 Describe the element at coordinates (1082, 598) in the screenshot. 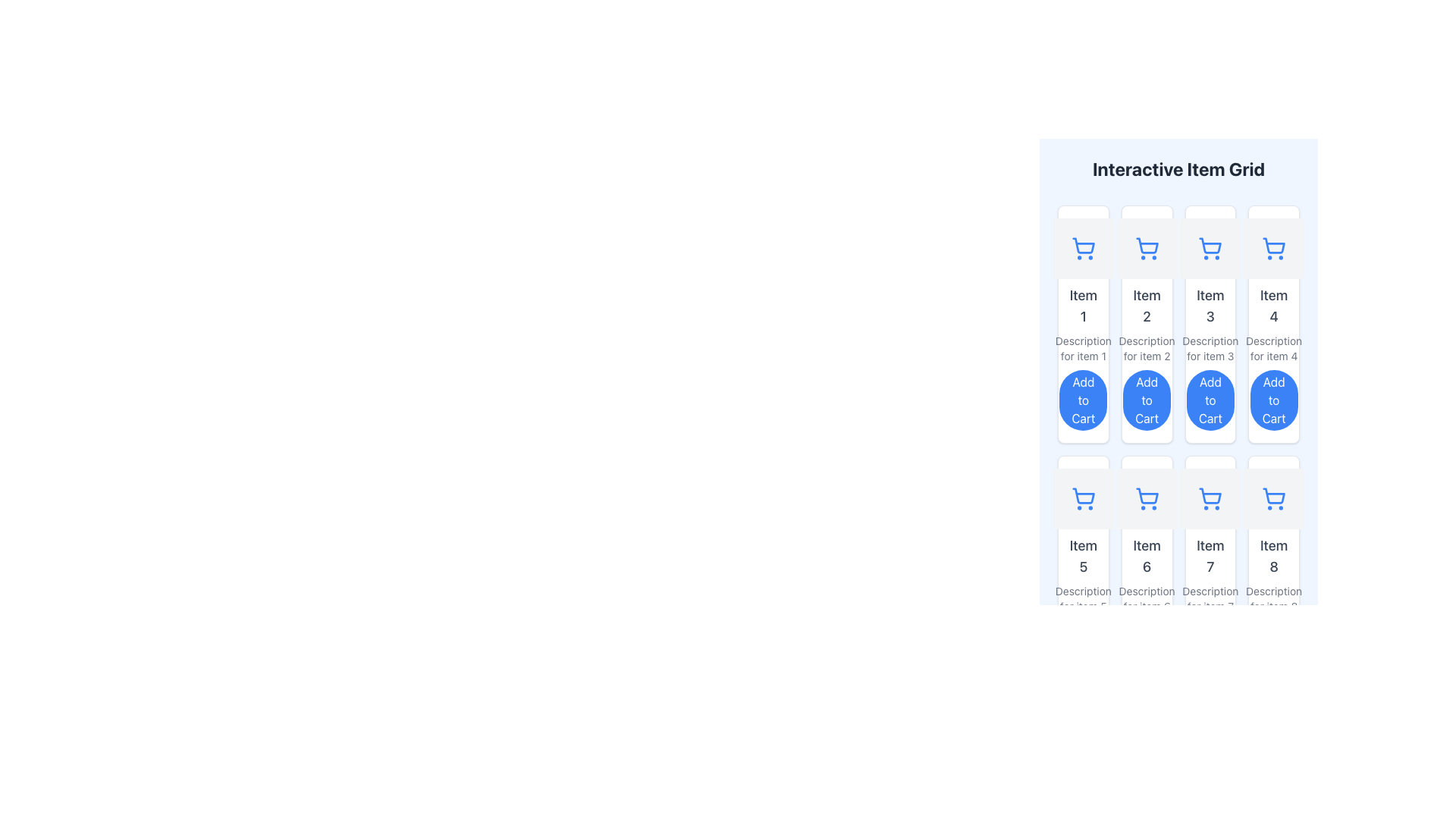

I see `the Text Label located under 'Item 5' and above the 'Add to Cart' button in the bottom-left section of the grid` at that location.